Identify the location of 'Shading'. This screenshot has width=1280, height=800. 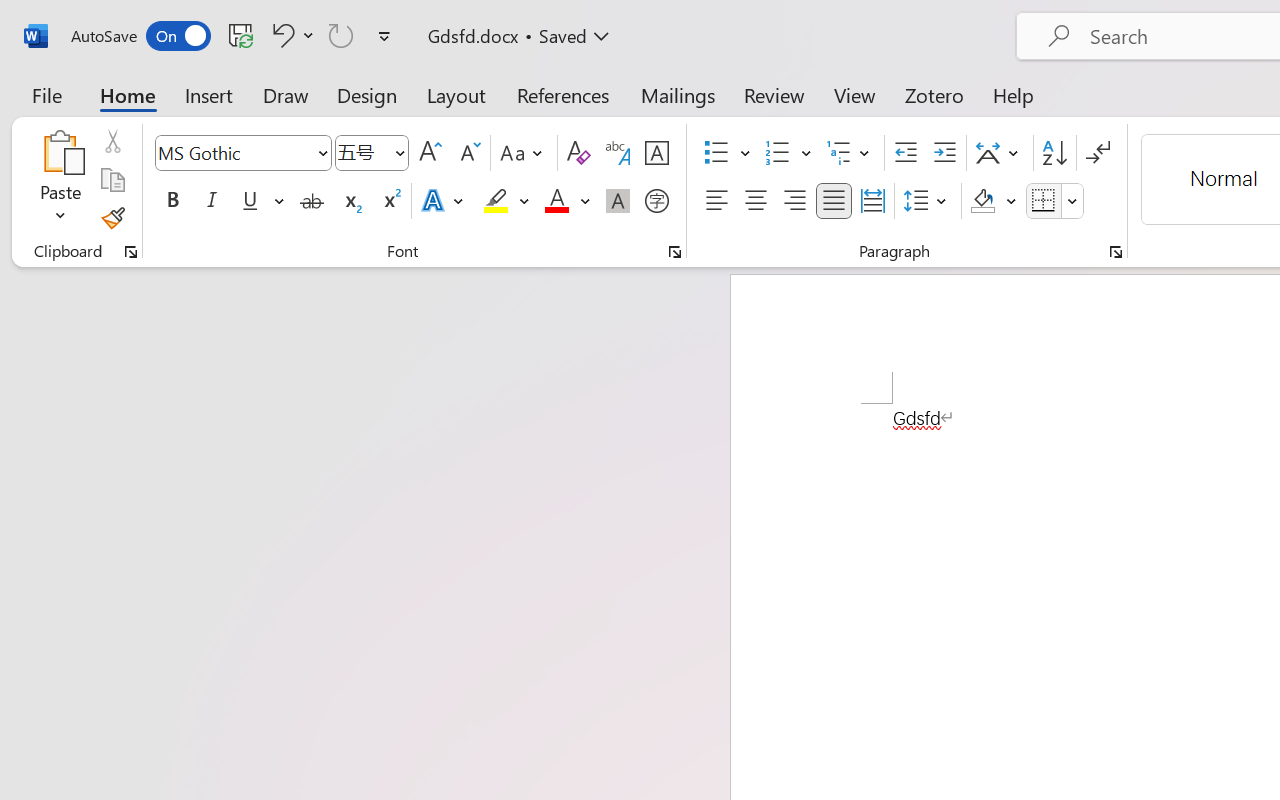
(993, 201).